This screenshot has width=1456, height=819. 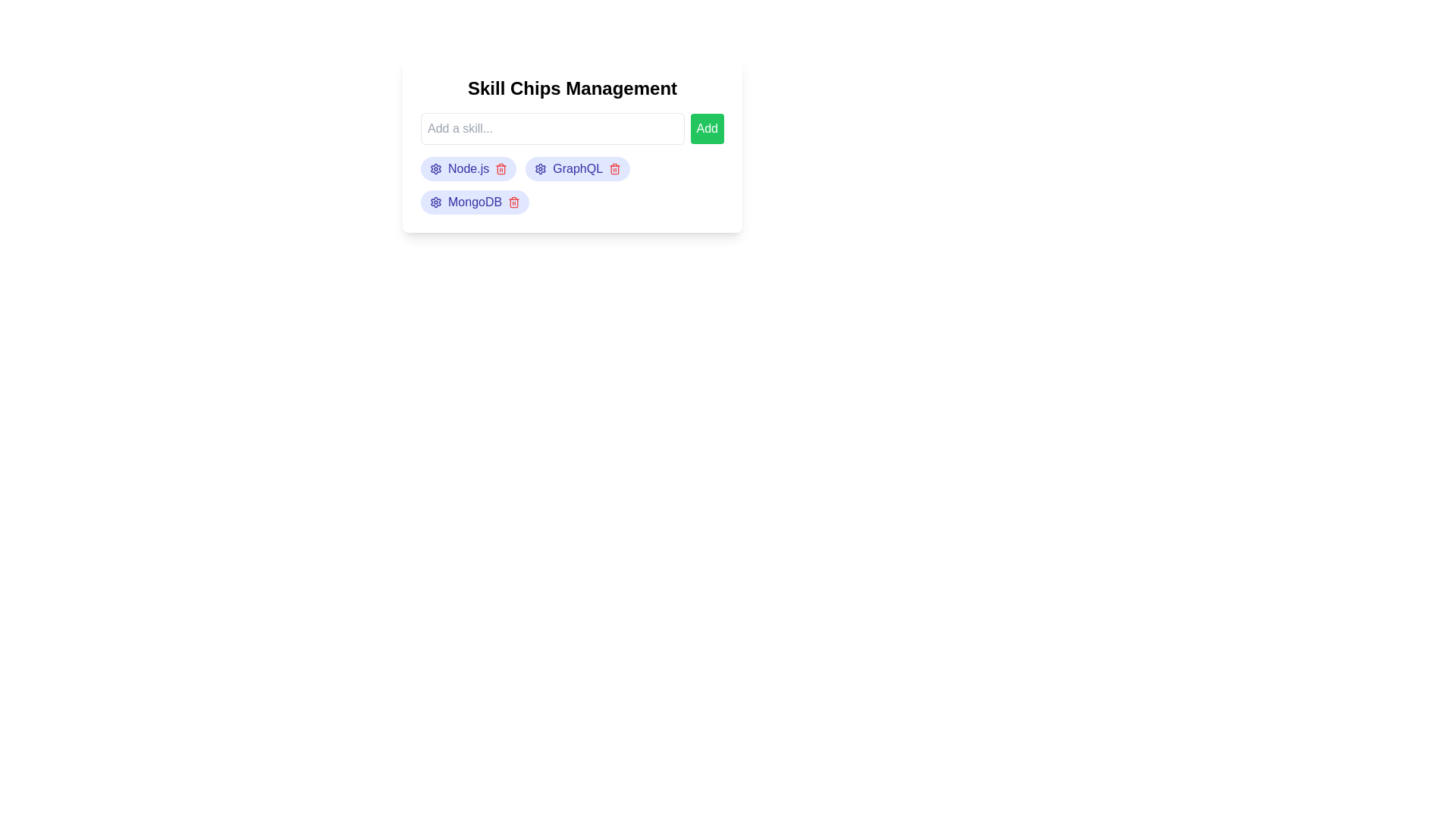 What do you see at coordinates (551, 127) in the screenshot?
I see `the input field and type the desired text` at bounding box center [551, 127].